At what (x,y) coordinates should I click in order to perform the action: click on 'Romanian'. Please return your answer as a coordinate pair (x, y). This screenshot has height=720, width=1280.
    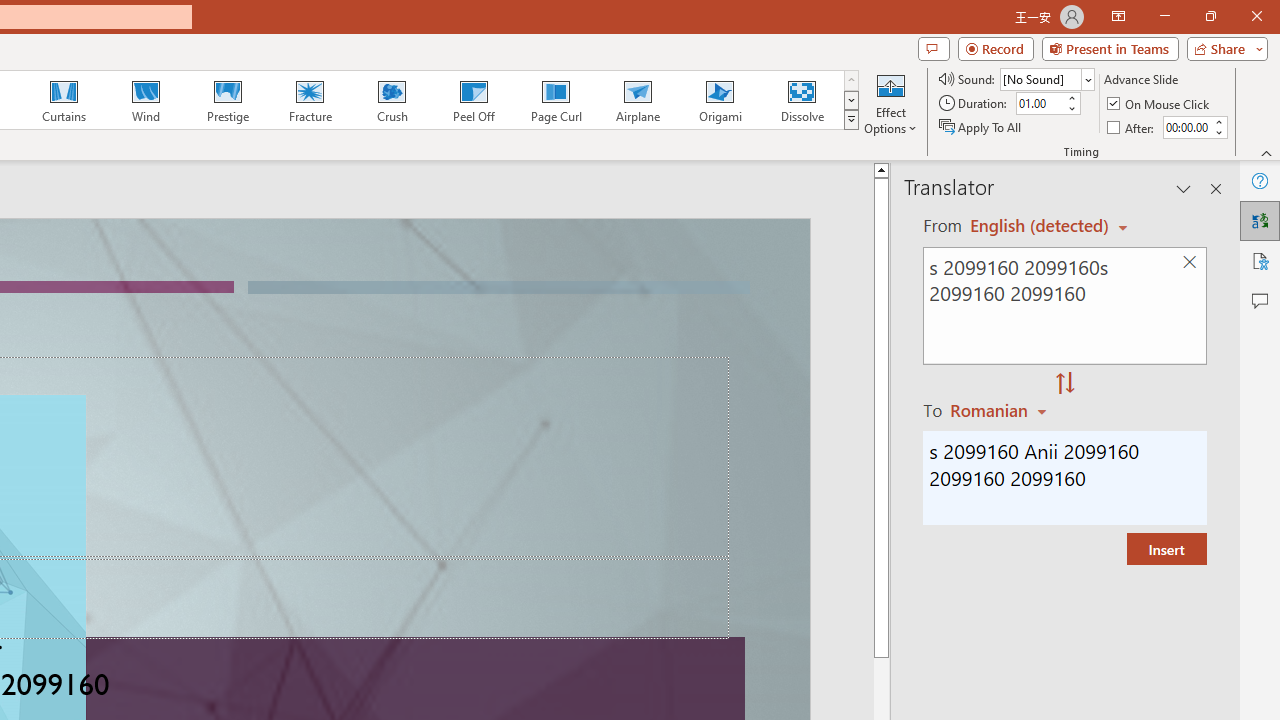
    Looking at the image, I should click on (1001, 409).